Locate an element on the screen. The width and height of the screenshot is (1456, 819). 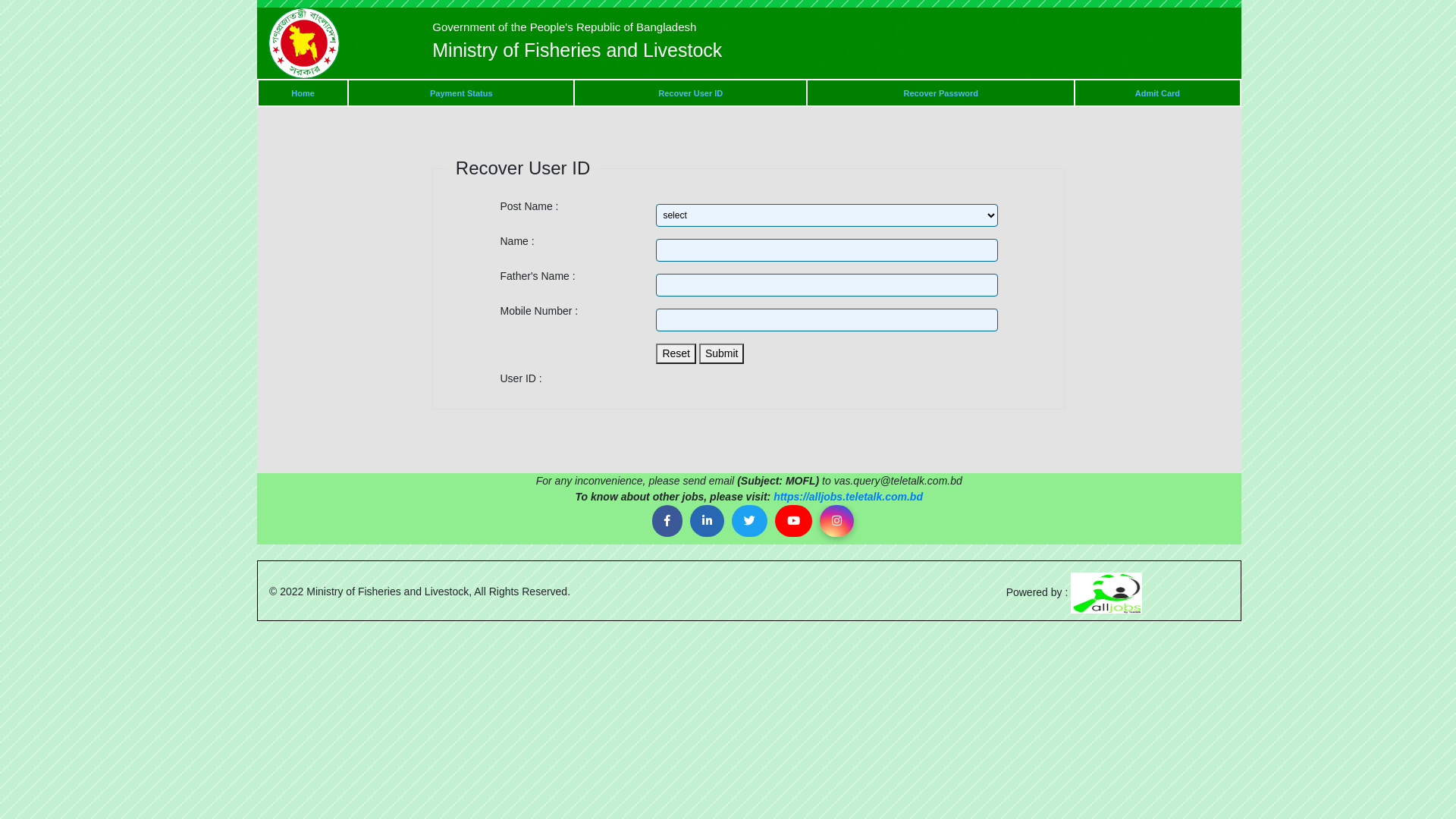
'Facebook' is located at coordinates (667, 520).